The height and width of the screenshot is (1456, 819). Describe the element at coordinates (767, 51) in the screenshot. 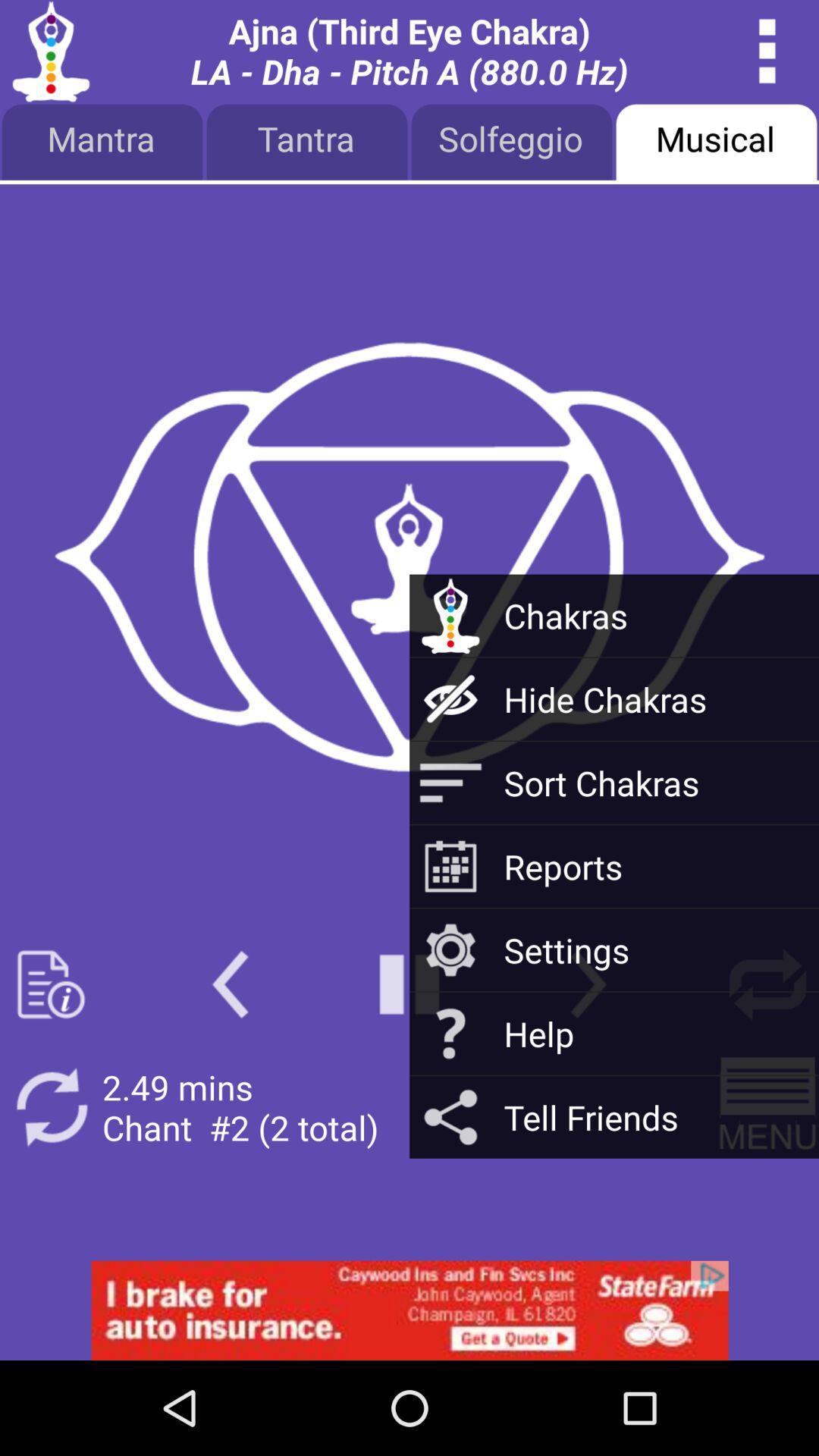

I see `see more options` at that location.